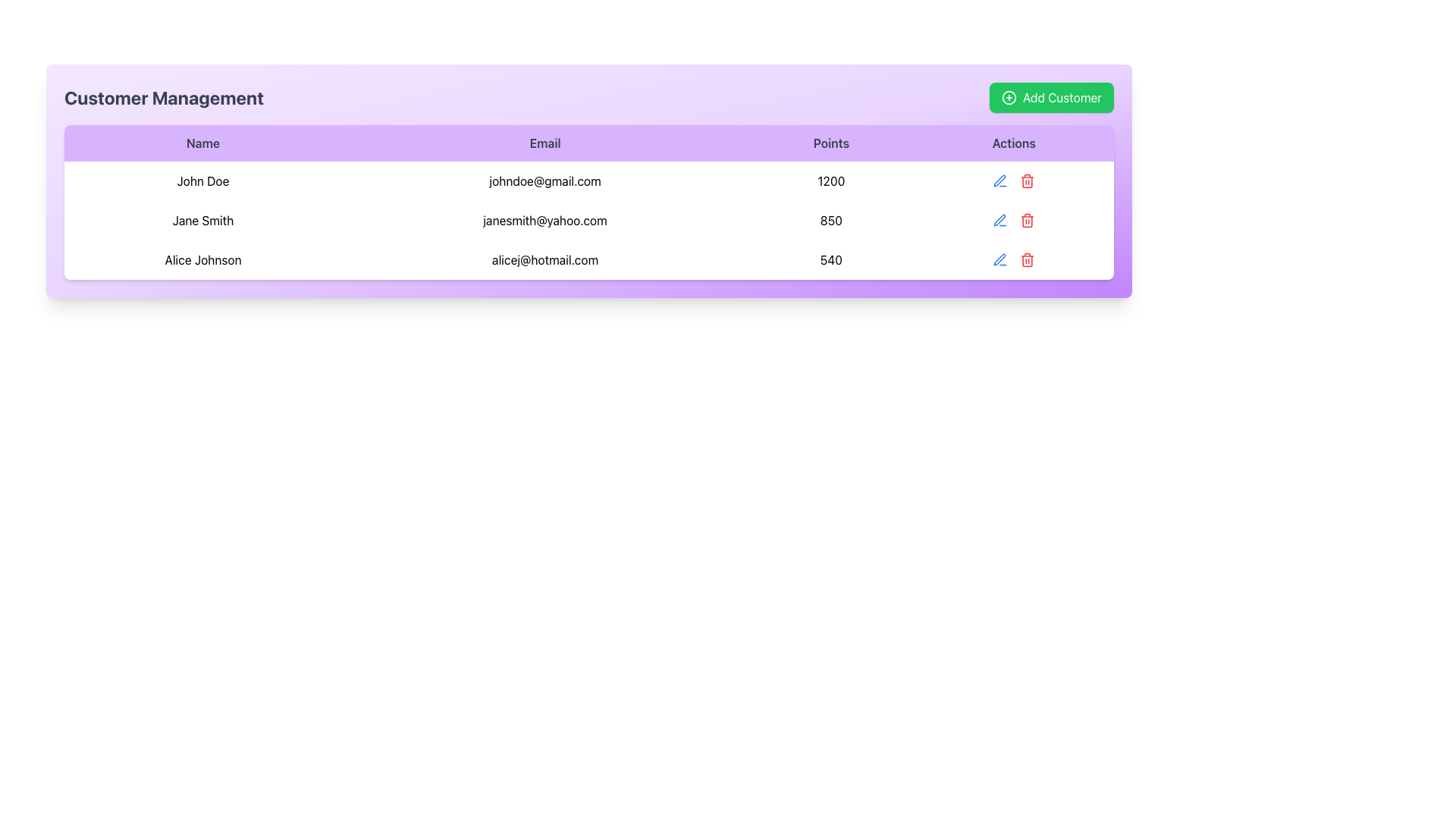  What do you see at coordinates (1009, 97) in the screenshot?
I see `the 'Add Customer' icon located to the left of the text label on the button with a green background` at bounding box center [1009, 97].